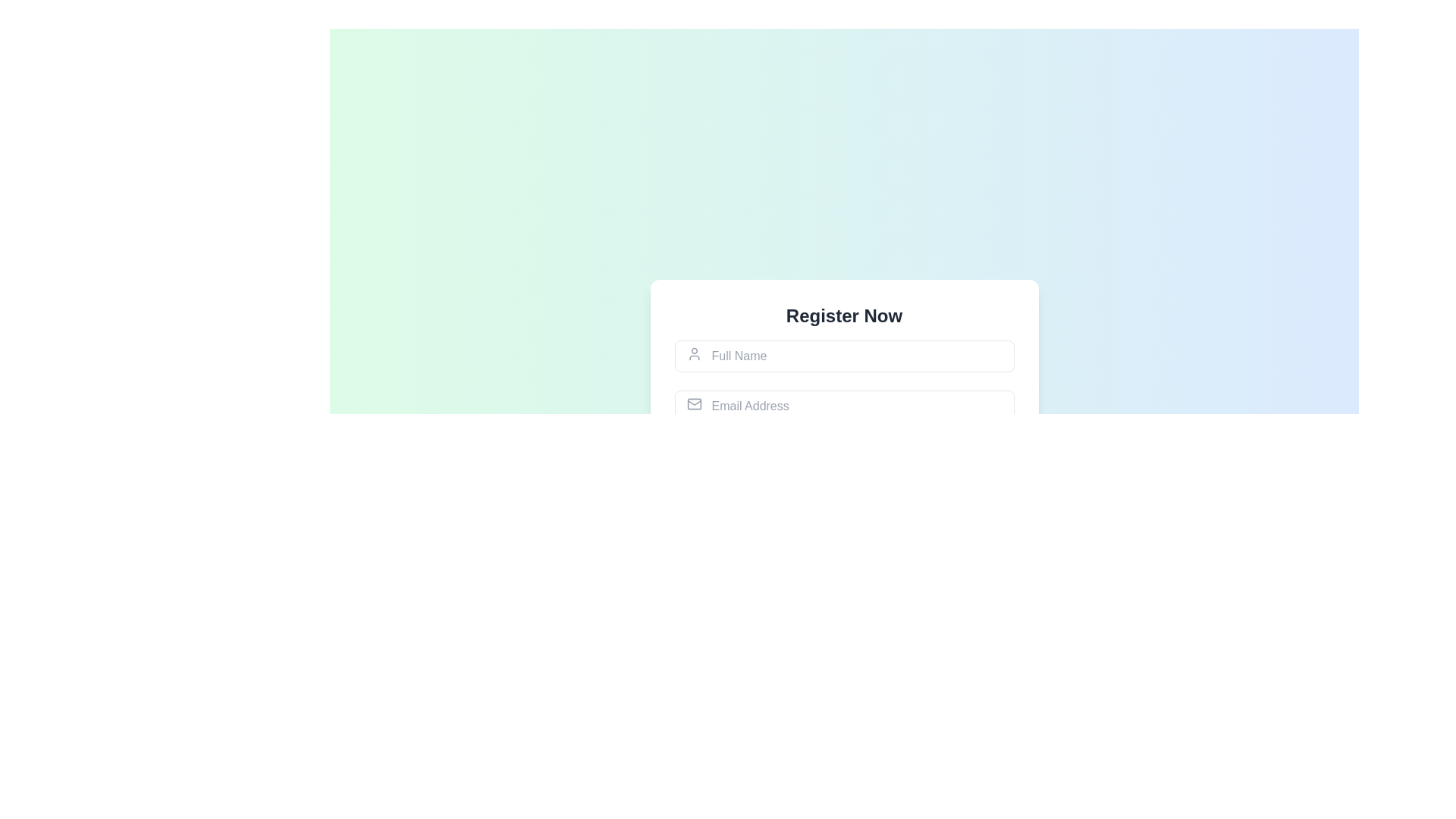  I want to click on the vector graphic element of the envelope icon that is part of the email input field, so click(693, 402).